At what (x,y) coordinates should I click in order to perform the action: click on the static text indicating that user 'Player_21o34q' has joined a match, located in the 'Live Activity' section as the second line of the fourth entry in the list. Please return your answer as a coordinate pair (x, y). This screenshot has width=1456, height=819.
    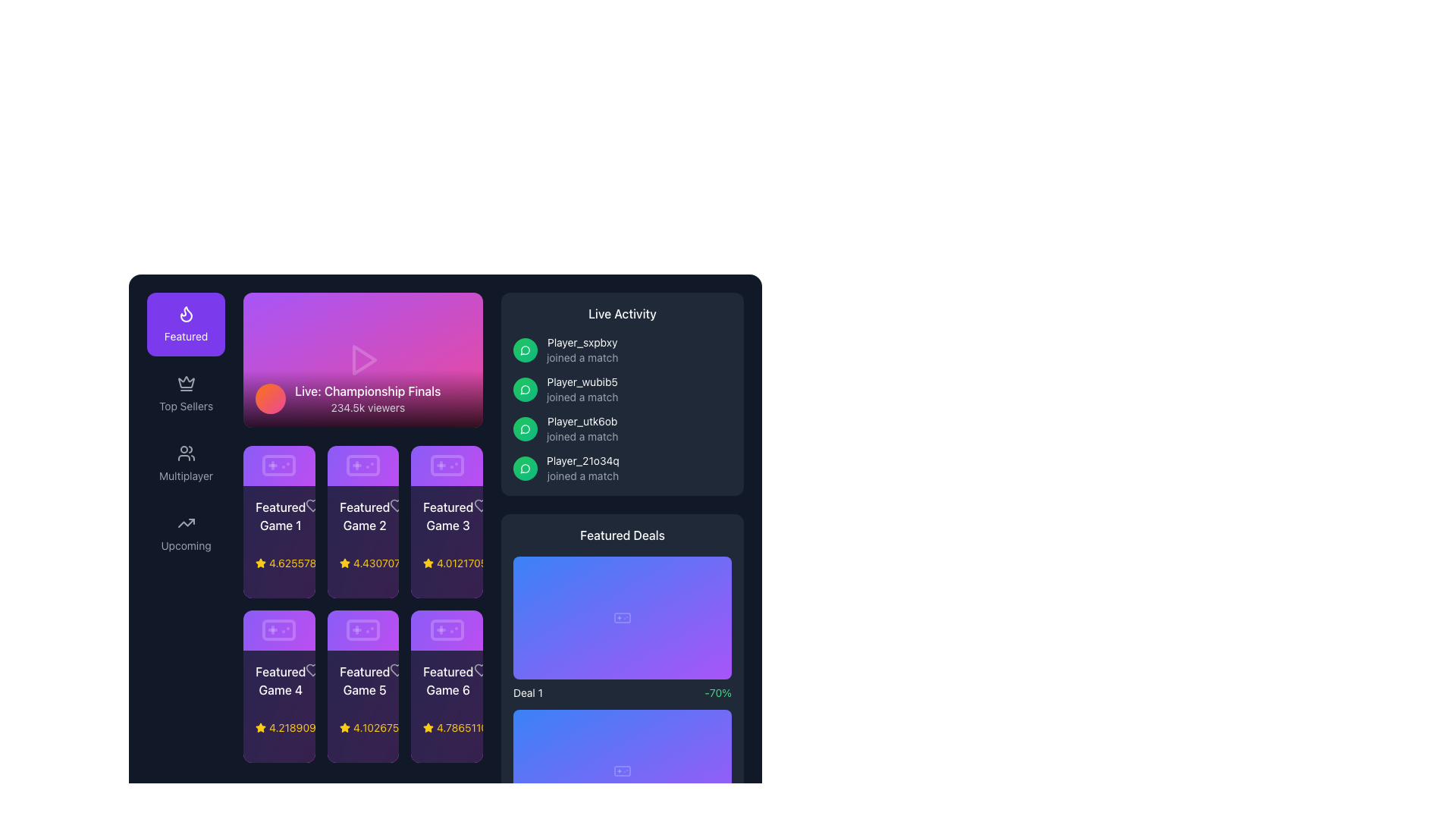
    Looking at the image, I should click on (582, 475).